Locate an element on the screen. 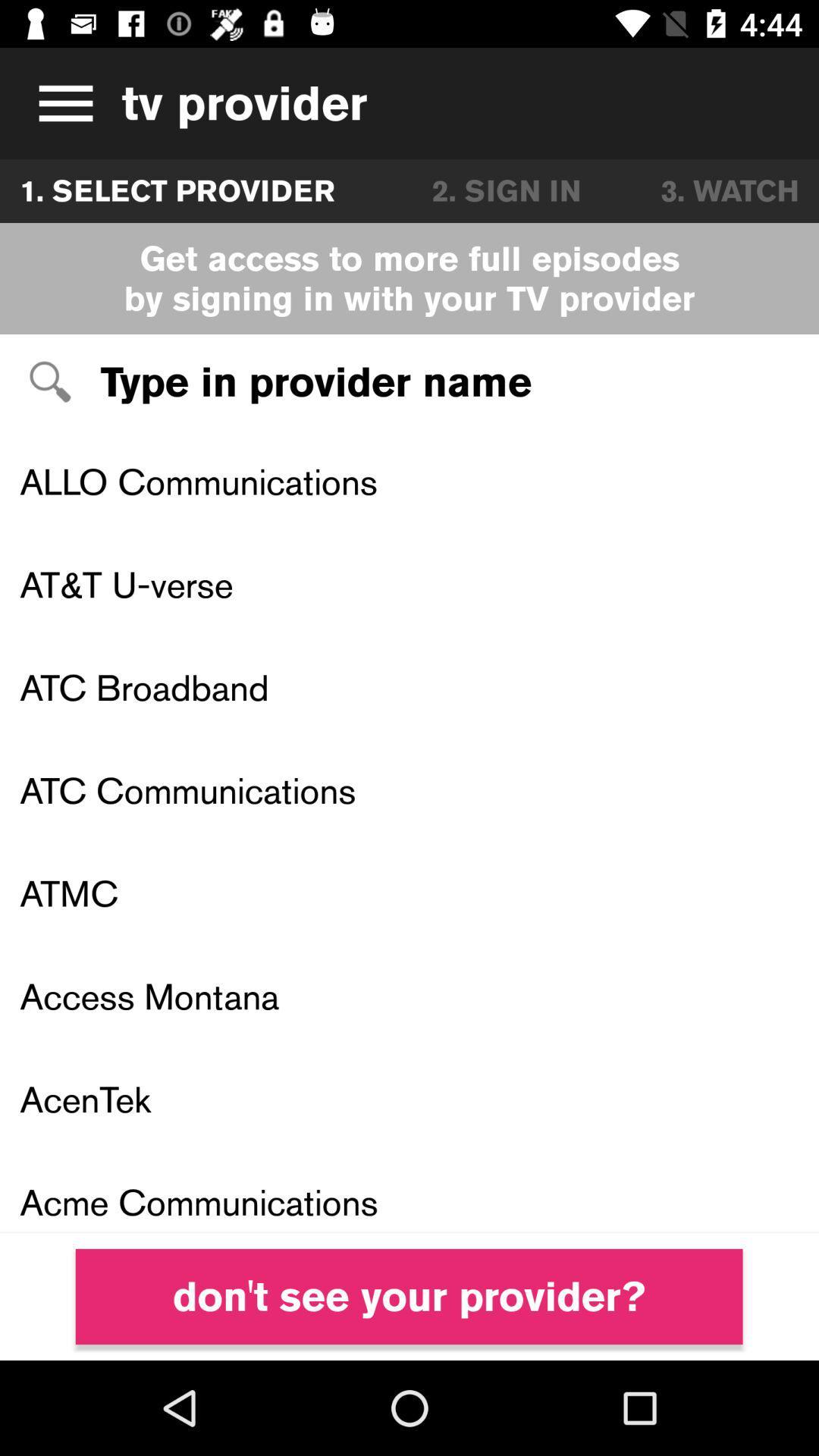 This screenshot has width=819, height=1456. acme communications icon is located at coordinates (409, 1191).